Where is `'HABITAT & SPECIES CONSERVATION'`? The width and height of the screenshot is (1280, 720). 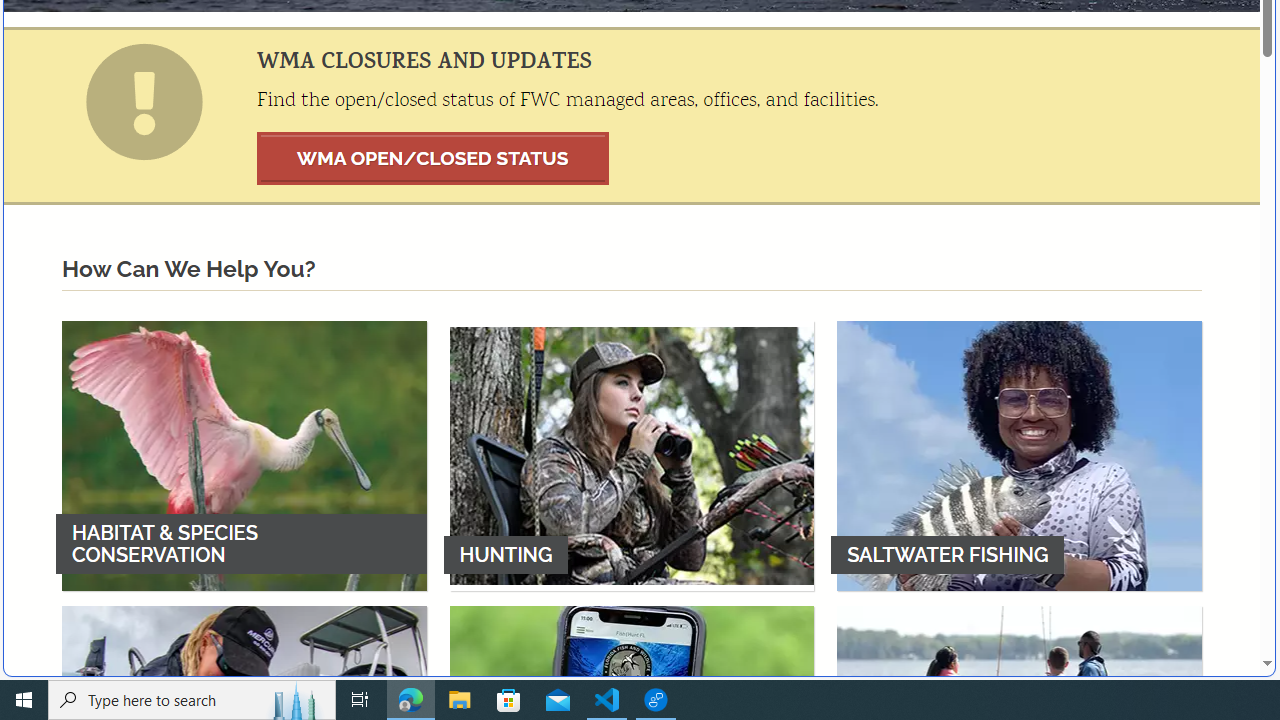 'HABITAT & SPECIES CONSERVATION' is located at coordinates (243, 455).